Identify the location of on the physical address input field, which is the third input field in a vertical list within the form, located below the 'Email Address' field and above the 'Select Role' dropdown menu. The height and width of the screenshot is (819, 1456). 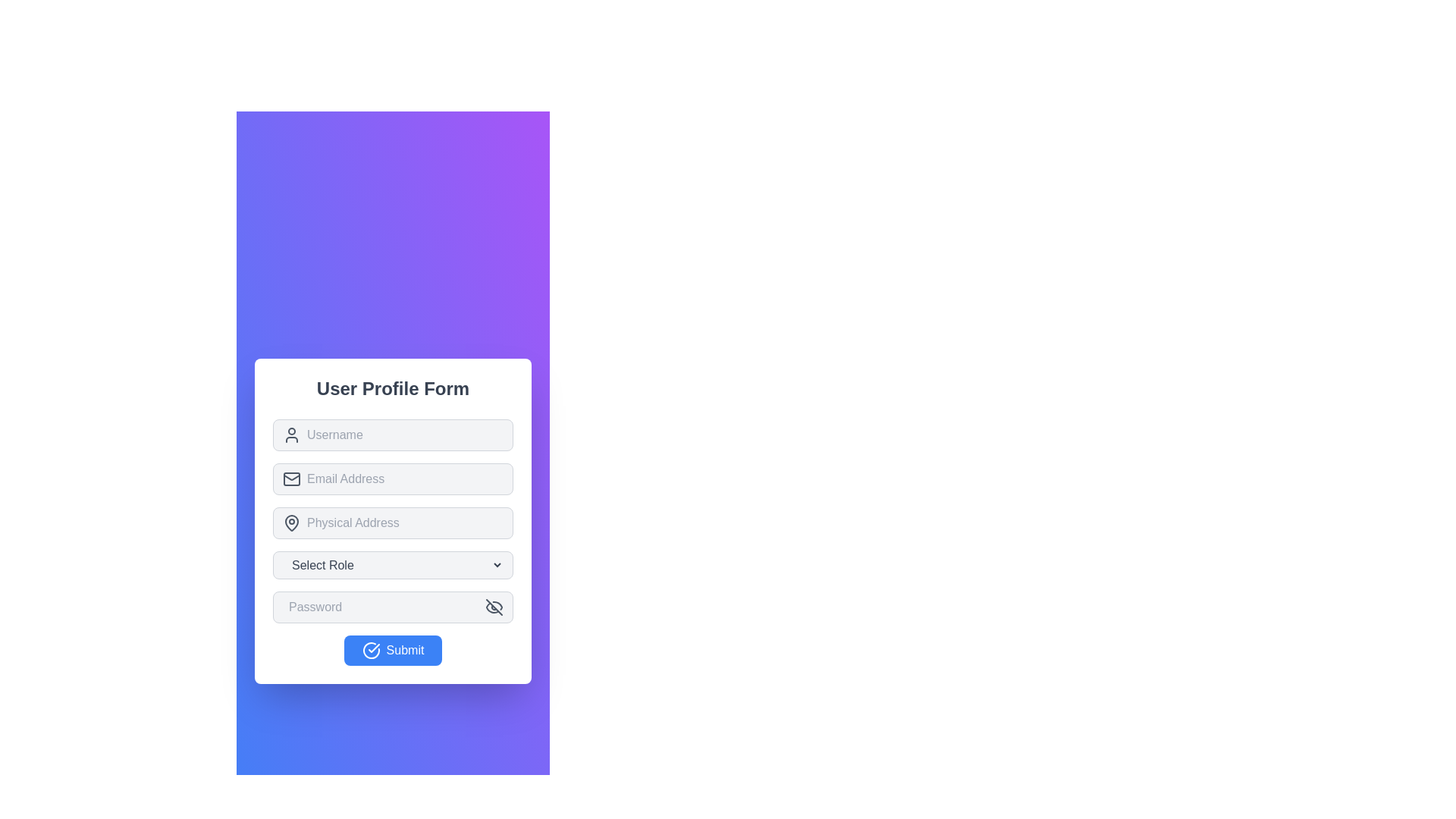
(393, 522).